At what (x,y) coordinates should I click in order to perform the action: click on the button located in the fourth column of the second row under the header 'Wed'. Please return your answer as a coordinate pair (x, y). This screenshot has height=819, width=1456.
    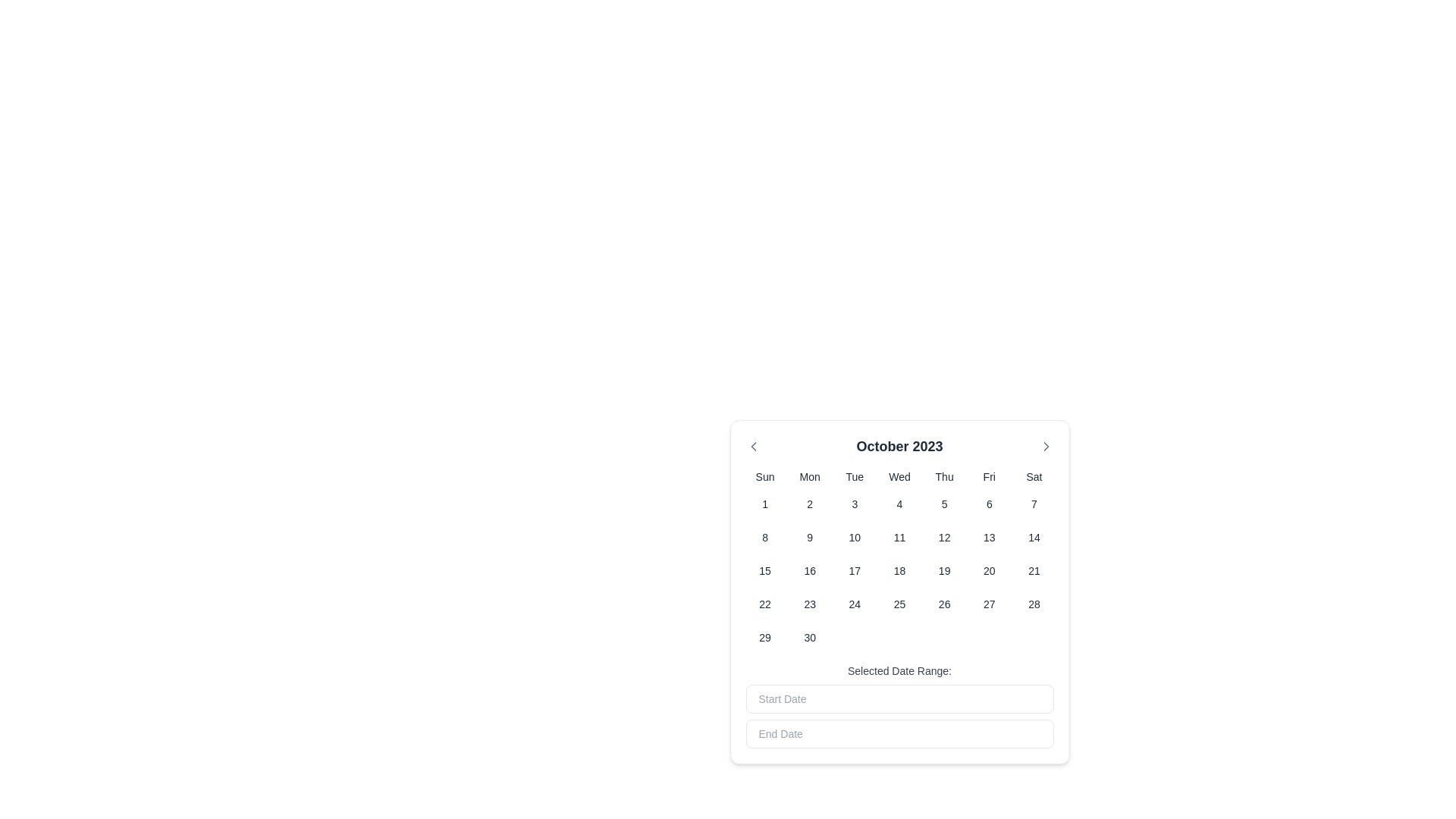
    Looking at the image, I should click on (899, 504).